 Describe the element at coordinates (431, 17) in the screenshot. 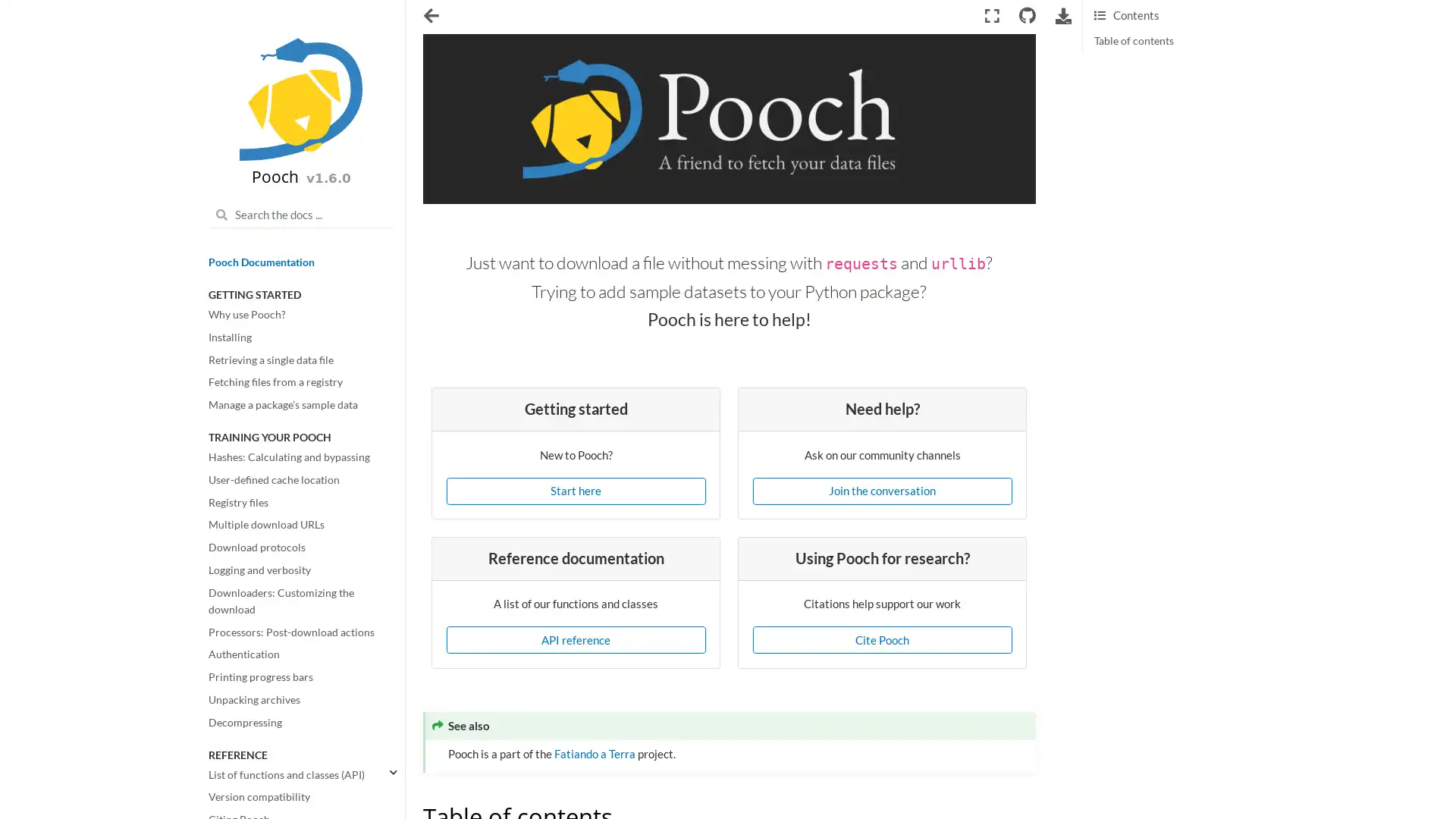

I see `Toggle navigation` at that location.